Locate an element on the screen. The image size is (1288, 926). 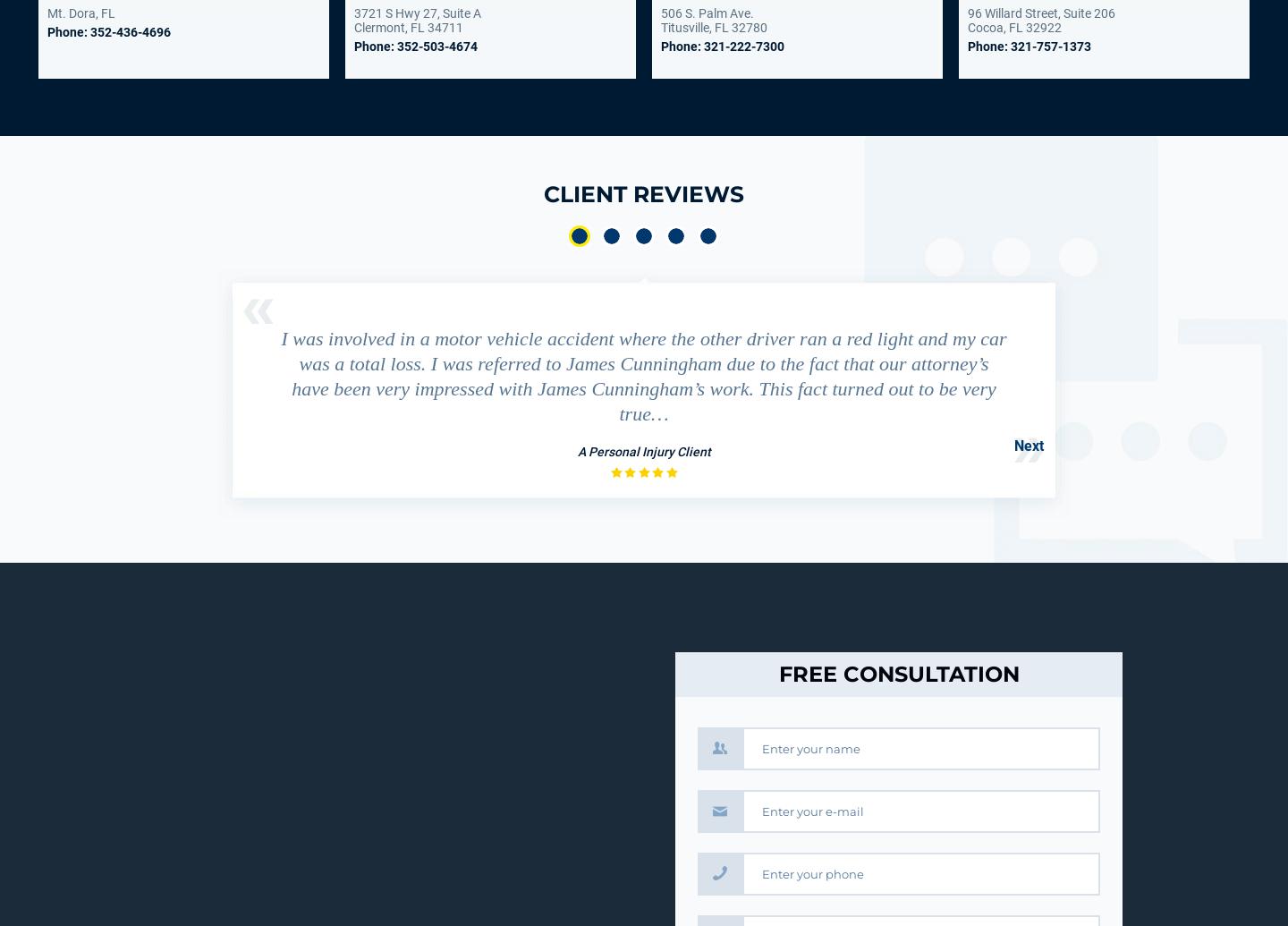
'Mt. Dora, FL' is located at coordinates (81, 13).